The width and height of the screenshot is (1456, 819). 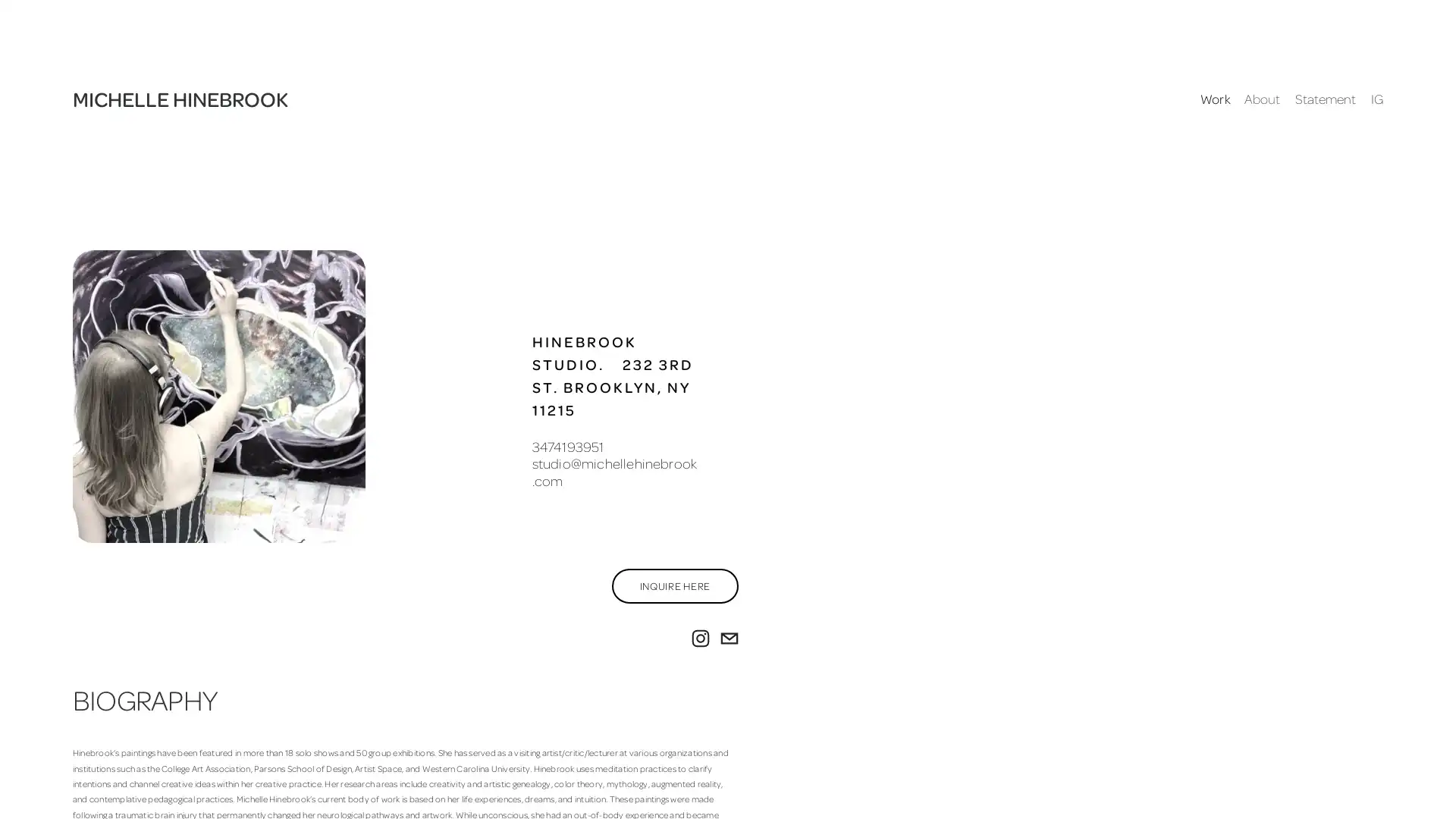 I want to click on INQUIRE HERE, so click(x=673, y=585).